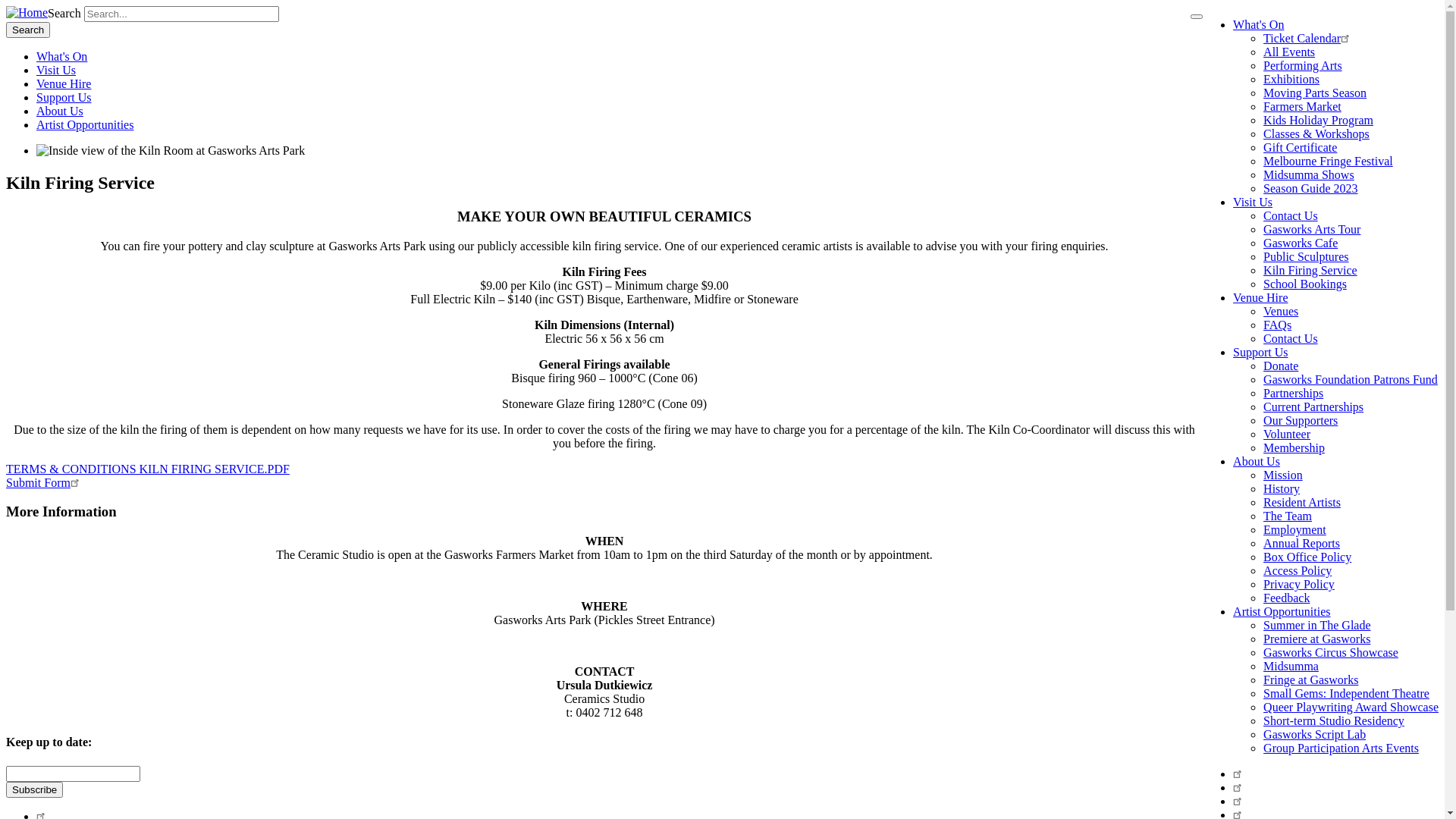  I want to click on 'Current Partnerships', so click(1313, 406).